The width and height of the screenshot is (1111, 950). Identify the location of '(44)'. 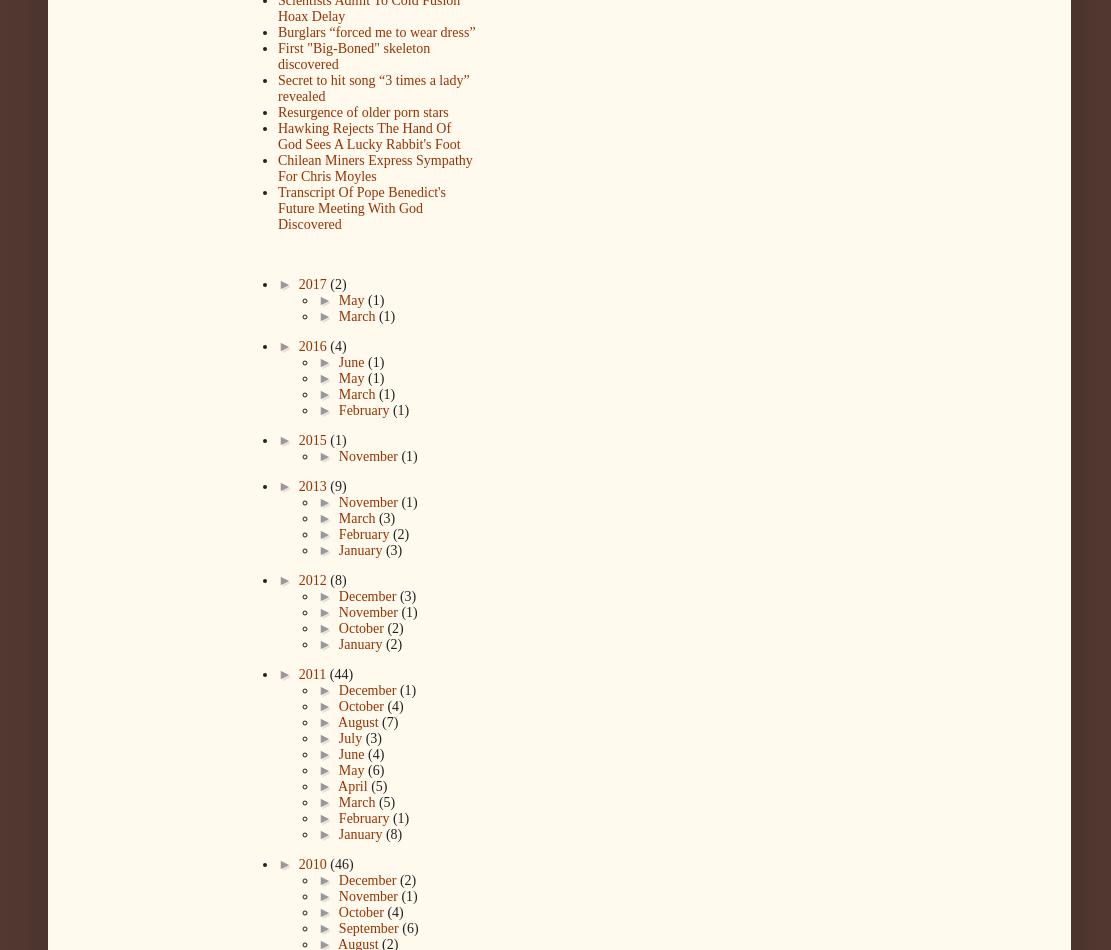
(339, 674).